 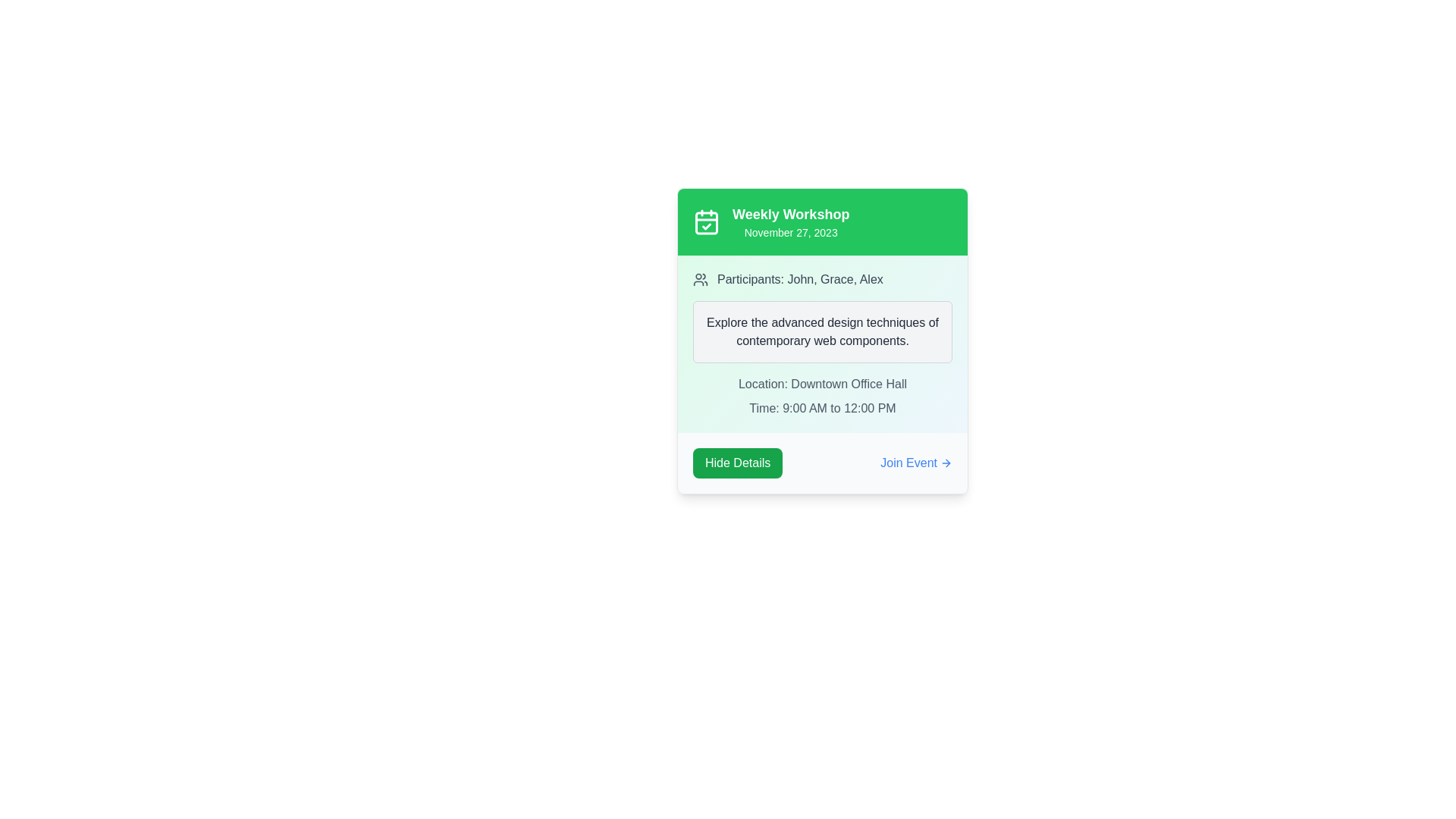 What do you see at coordinates (700, 280) in the screenshot?
I see `the compact icon representing a group of people, which is outlined in dark gray and positioned to the left of the text label 'Participants: John, Grace, Alex'` at bounding box center [700, 280].